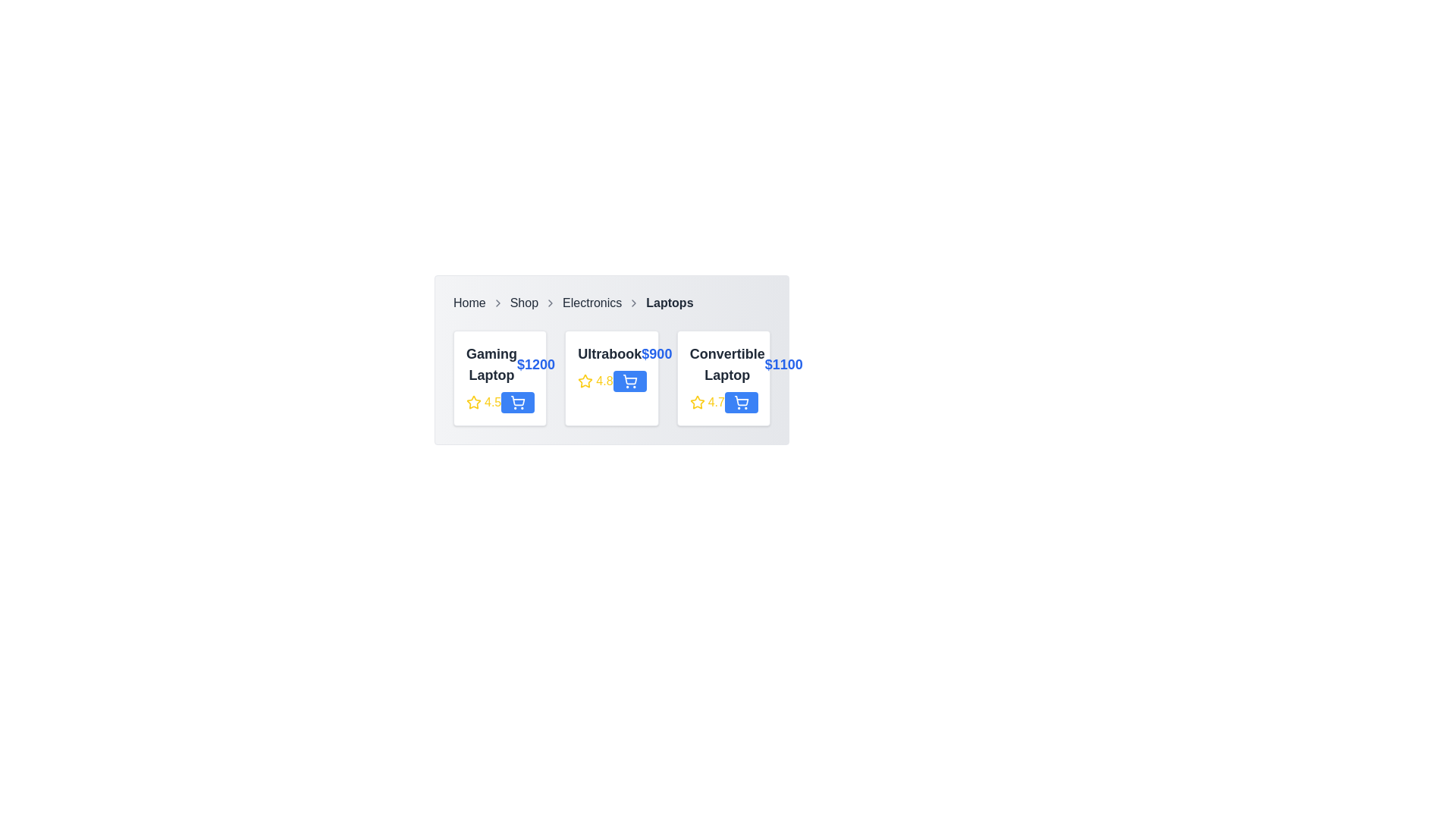 The height and width of the screenshot is (819, 1456). What do you see at coordinates (723, 402) in the screenshot?
I see `the shopping cart icon in the Composite component for the 'Convertible Laptop'` at bounding box center [723, 402].